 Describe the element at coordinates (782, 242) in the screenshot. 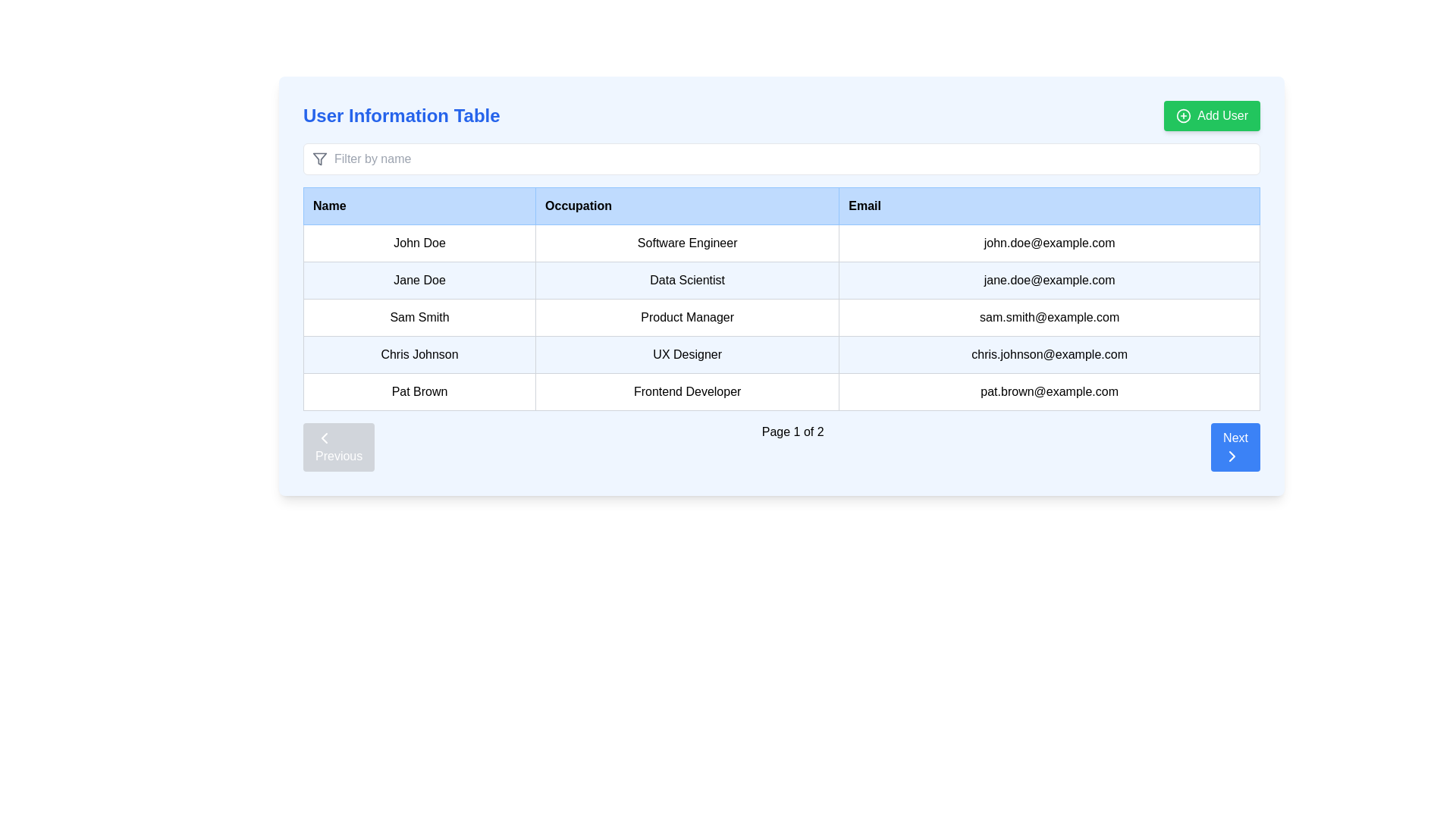

I see `the first row of the table that displays 'John Doe', 'Software Engineer', and 'john.doe@example.com'` at that location.